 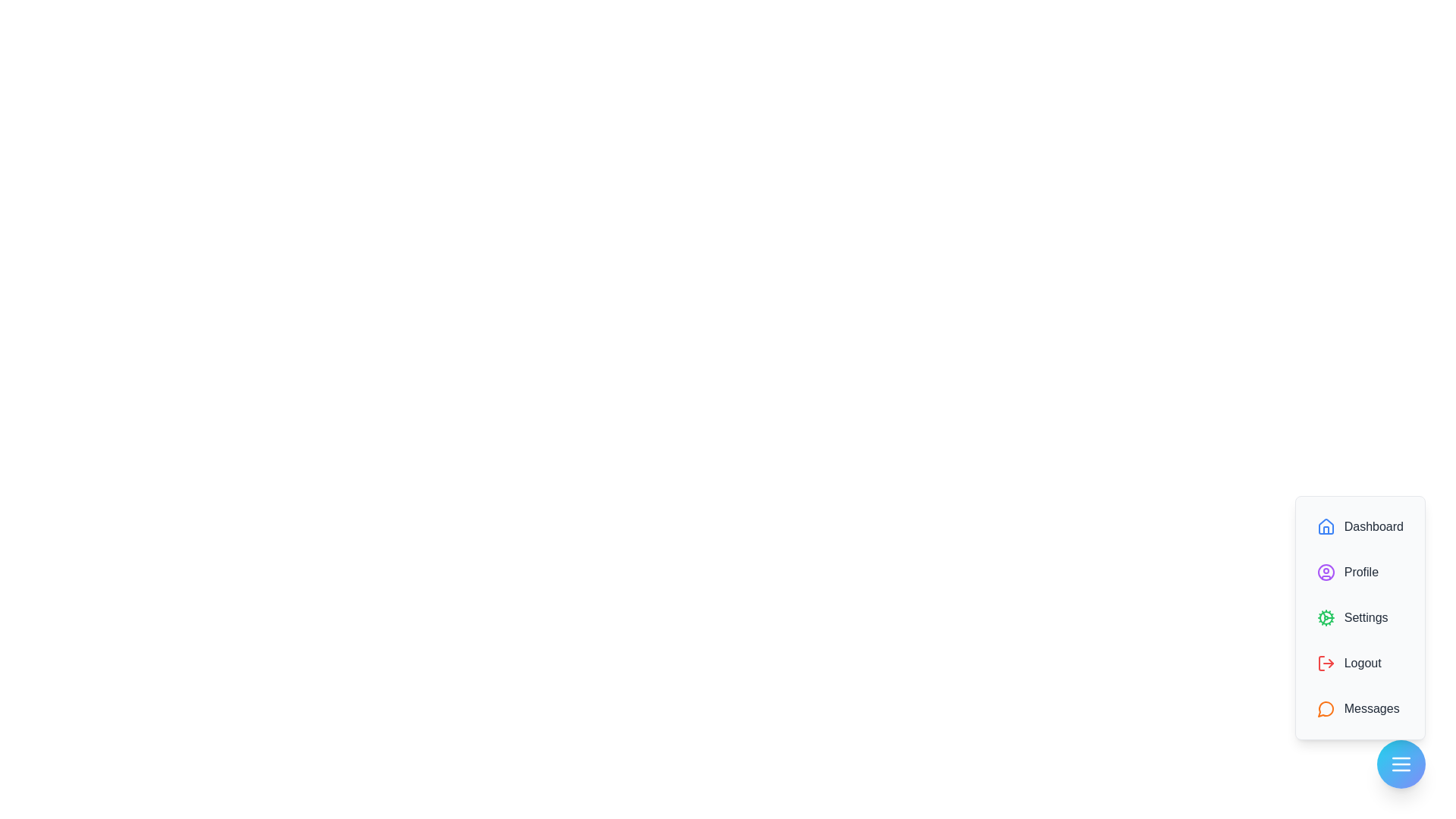 What do you see at coordinates (1360, 708) in the screenshot?
I see `the 'Messages' option in the menu` at bounding box center [1360, 708].